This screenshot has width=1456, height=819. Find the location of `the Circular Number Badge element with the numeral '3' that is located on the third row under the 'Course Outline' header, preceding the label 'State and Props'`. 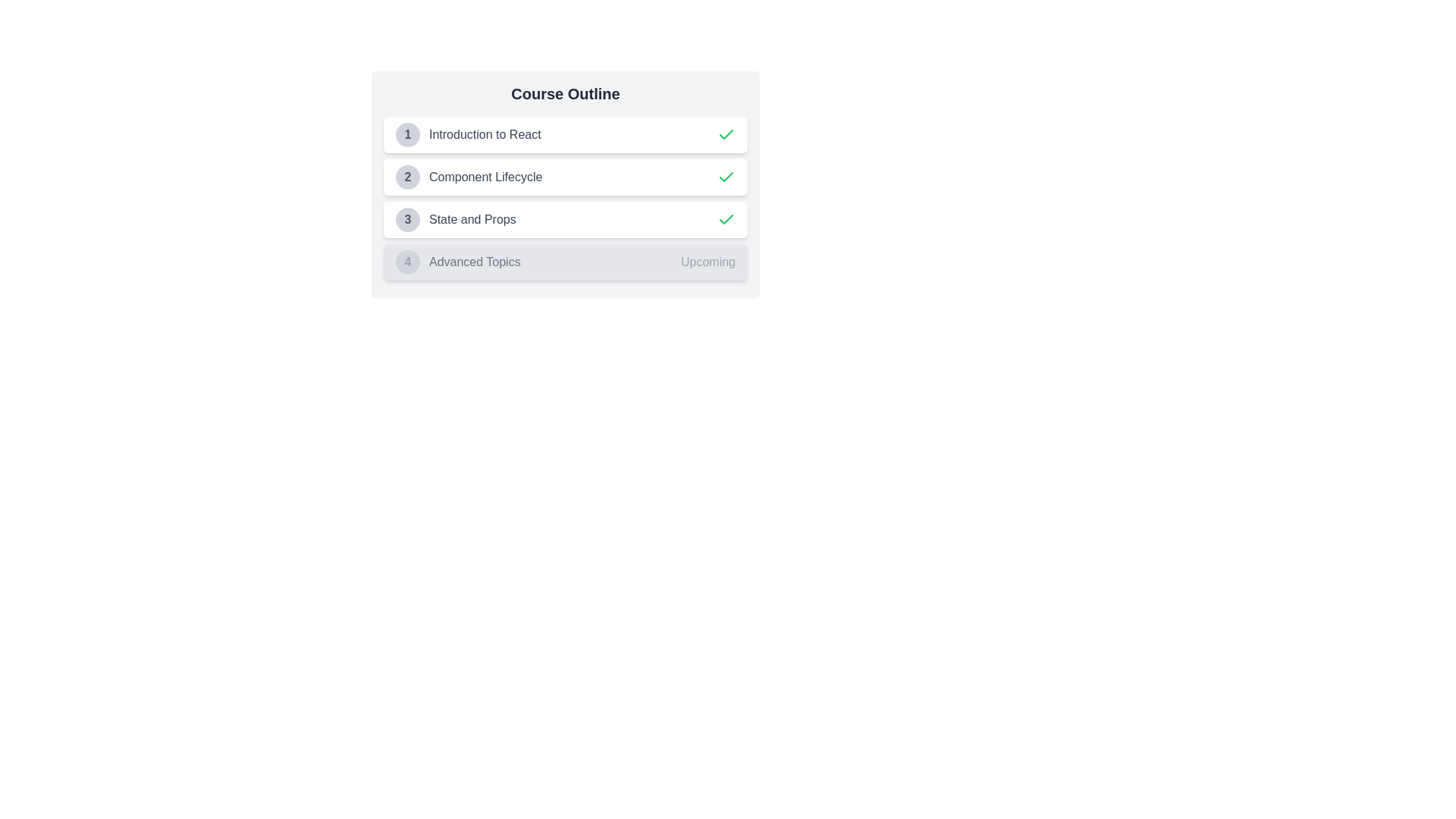

the Circular Number Badge element with the numeral '3' that is located on the third row under the 'Course Outline' header, preceding the label 'State and Props' is located at coordinates (407, 219).